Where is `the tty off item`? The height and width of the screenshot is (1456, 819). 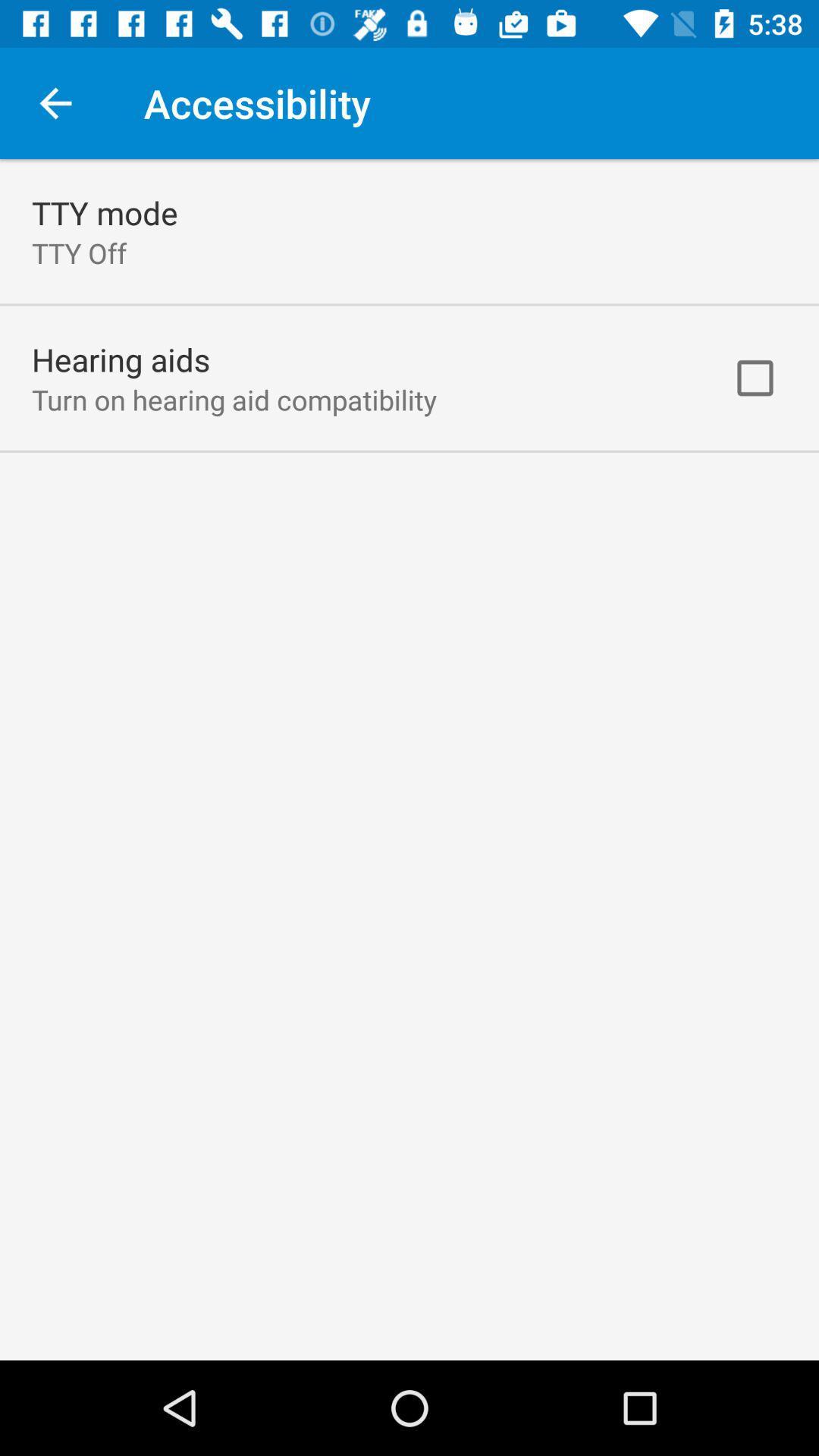
the tty off item is located at coordinates (79, 253).